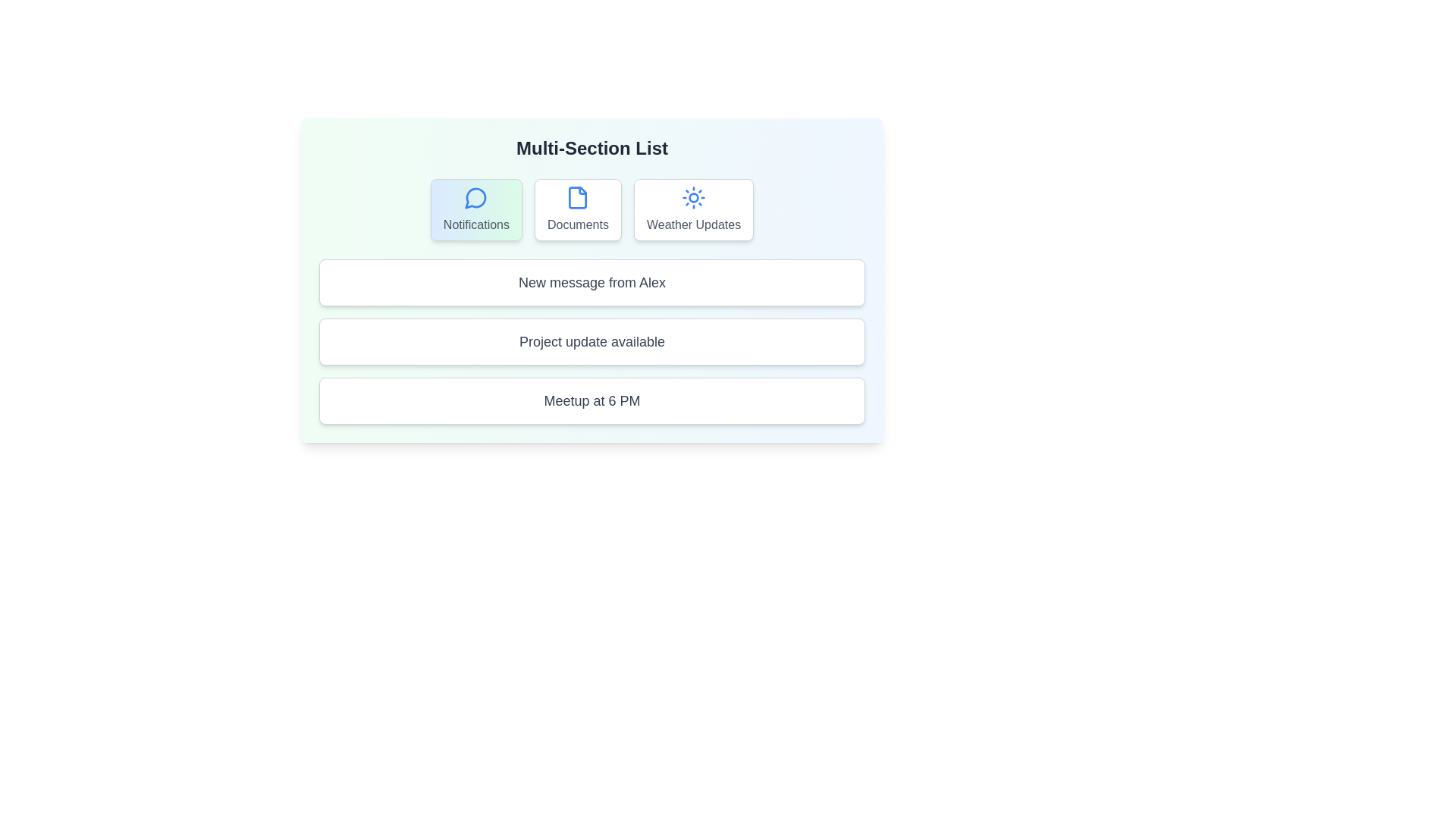 Image resolution: width=1456 pixels, height=819 pixels. Describe the element at coordinates (693, 210) in the screenshot. I see `the Weather Updates section to view its contents` at that location.